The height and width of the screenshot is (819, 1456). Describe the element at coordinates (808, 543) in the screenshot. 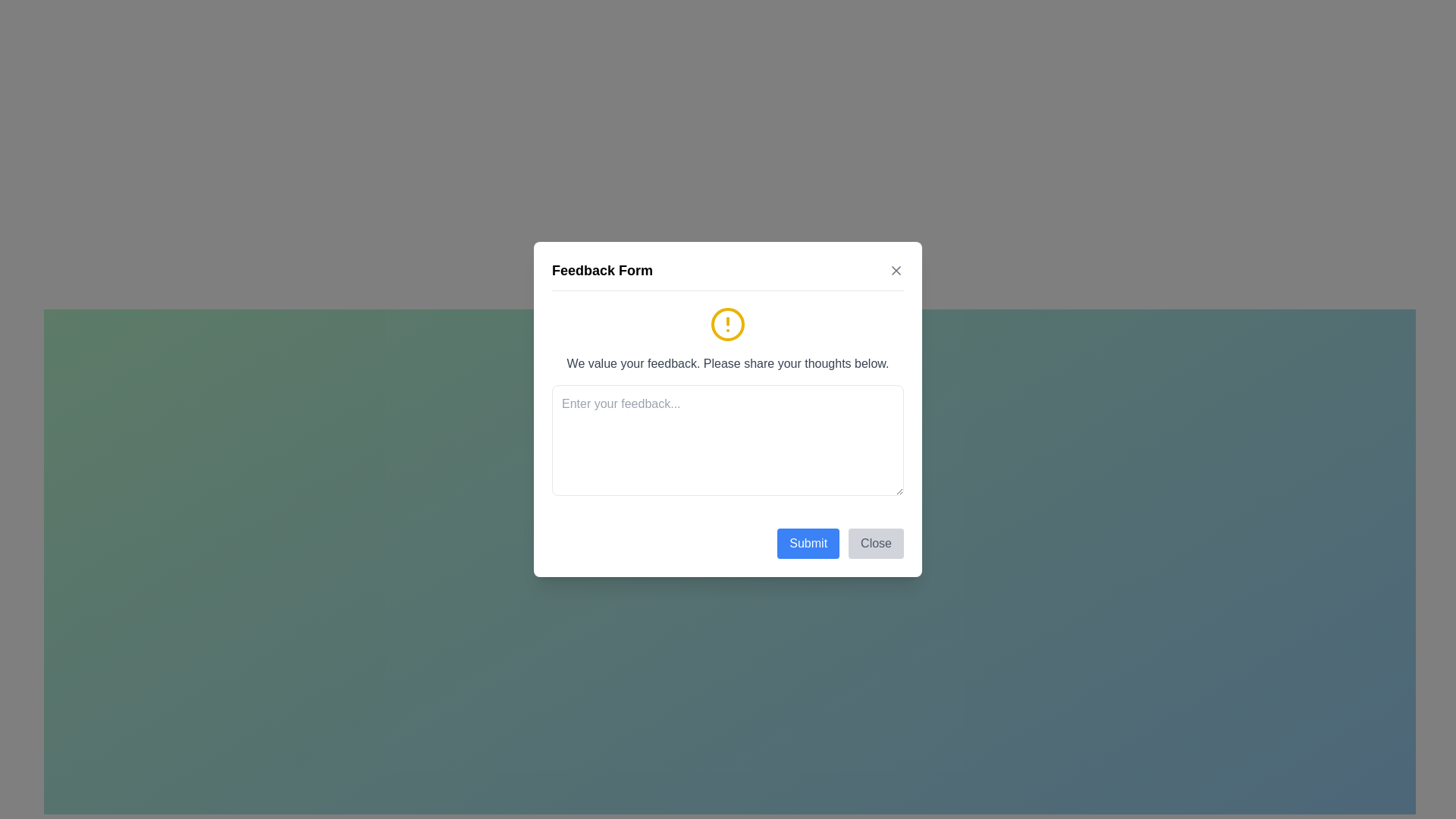

I see `the blue 'Submit' button with white text located at the bottom right of the feedback form` at that location.